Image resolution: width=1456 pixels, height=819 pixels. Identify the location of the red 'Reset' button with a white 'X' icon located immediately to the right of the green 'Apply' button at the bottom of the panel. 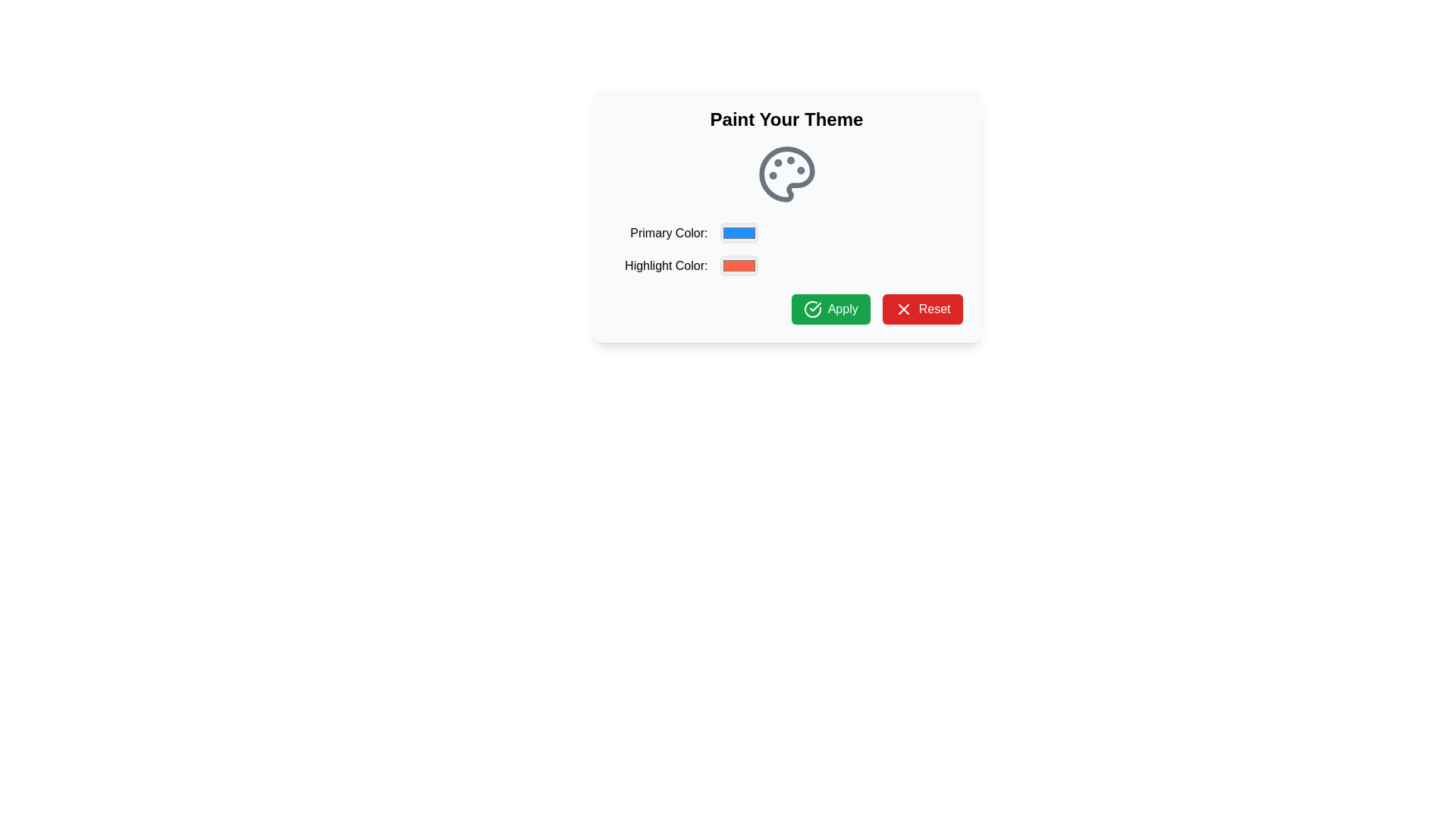
(921, 309).